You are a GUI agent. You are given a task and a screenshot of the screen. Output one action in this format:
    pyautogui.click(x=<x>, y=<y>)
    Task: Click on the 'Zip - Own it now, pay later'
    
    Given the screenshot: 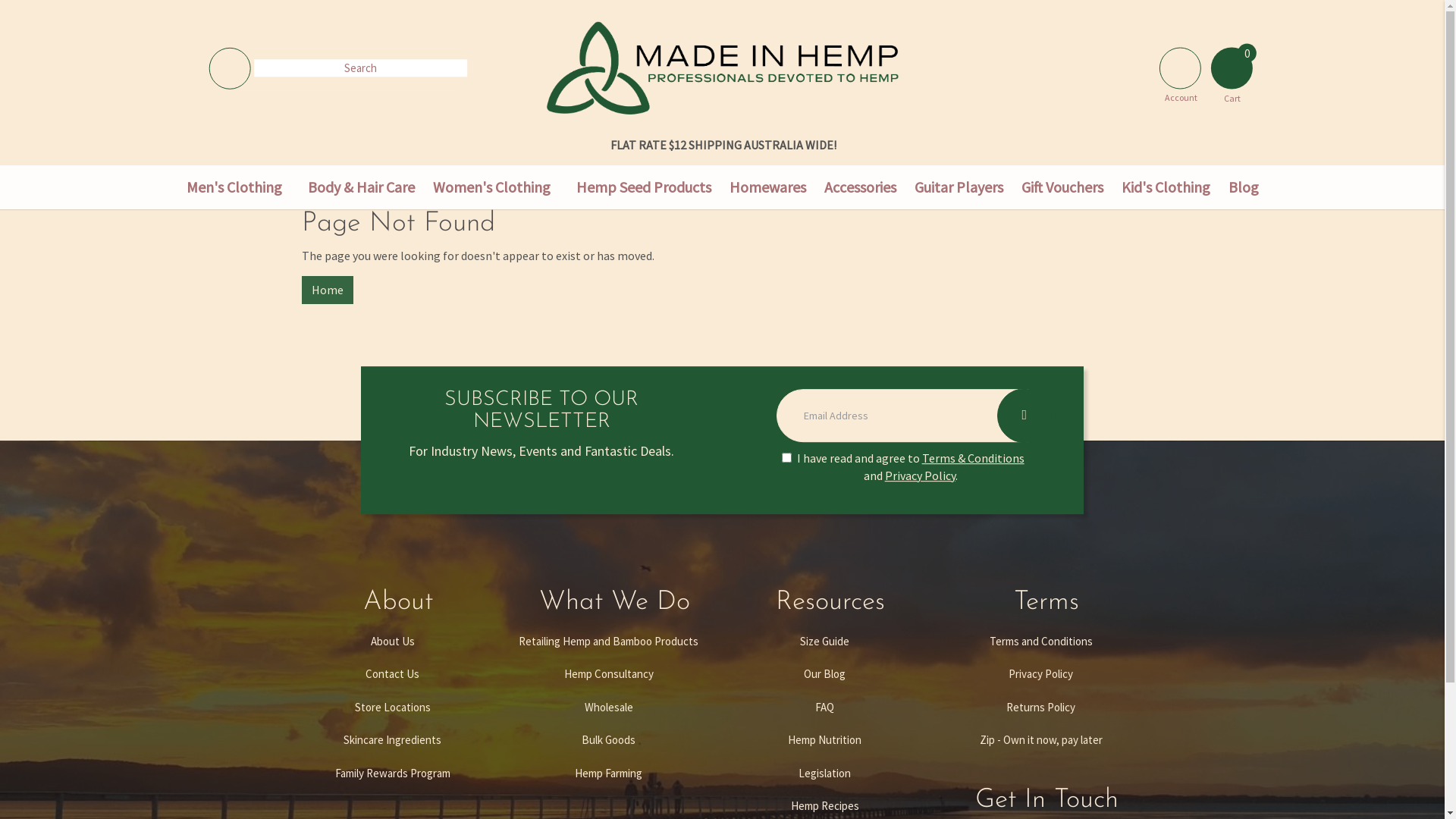 What is the action you would take?
    pyautogui.click(x=1040, y=739)
    